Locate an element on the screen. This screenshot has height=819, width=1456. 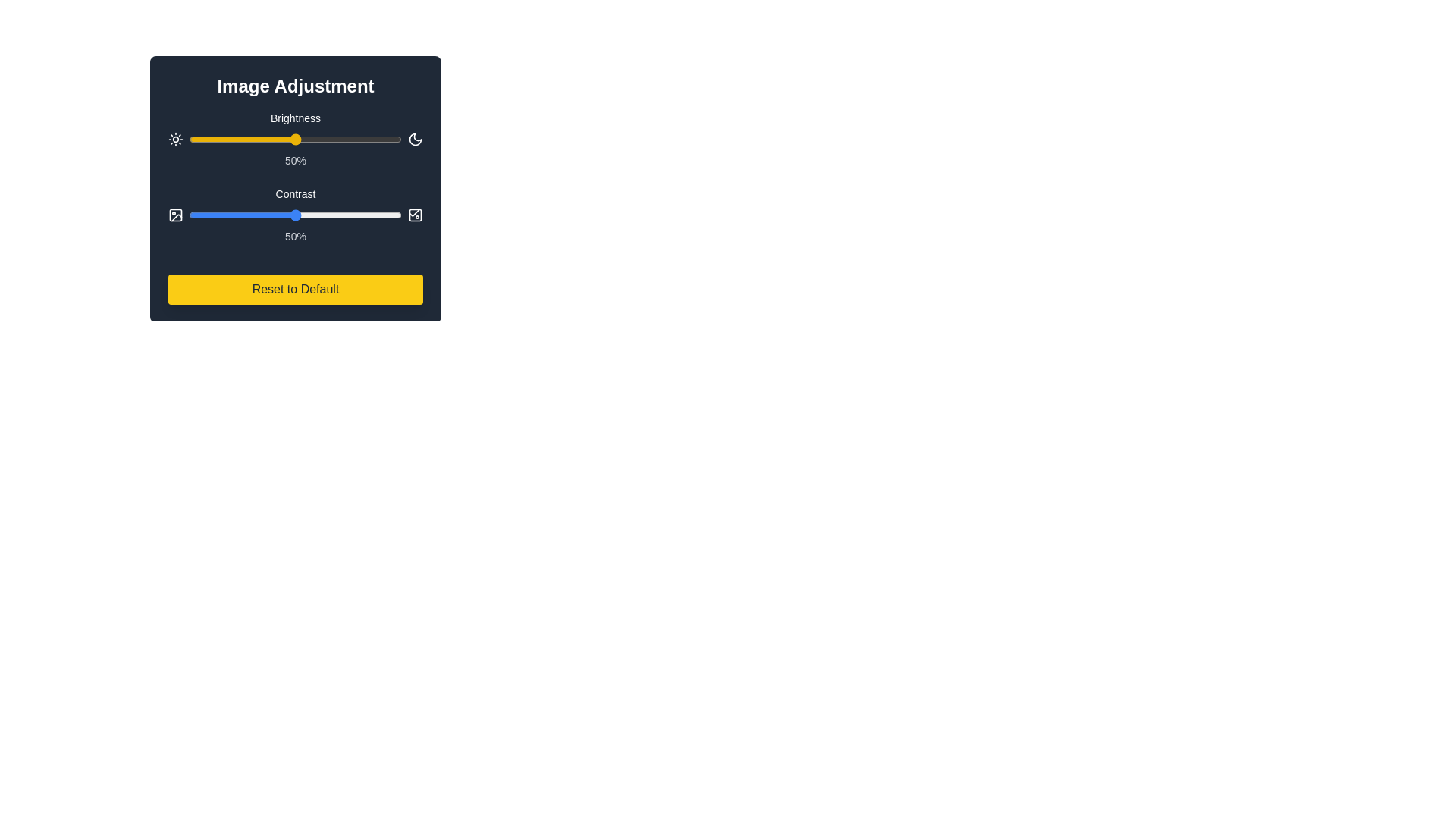
the reset button located at the bottom of the 'Image Adjustment' modal to reset all image adjustment settings to their default values is located at coordinates (295, 289).